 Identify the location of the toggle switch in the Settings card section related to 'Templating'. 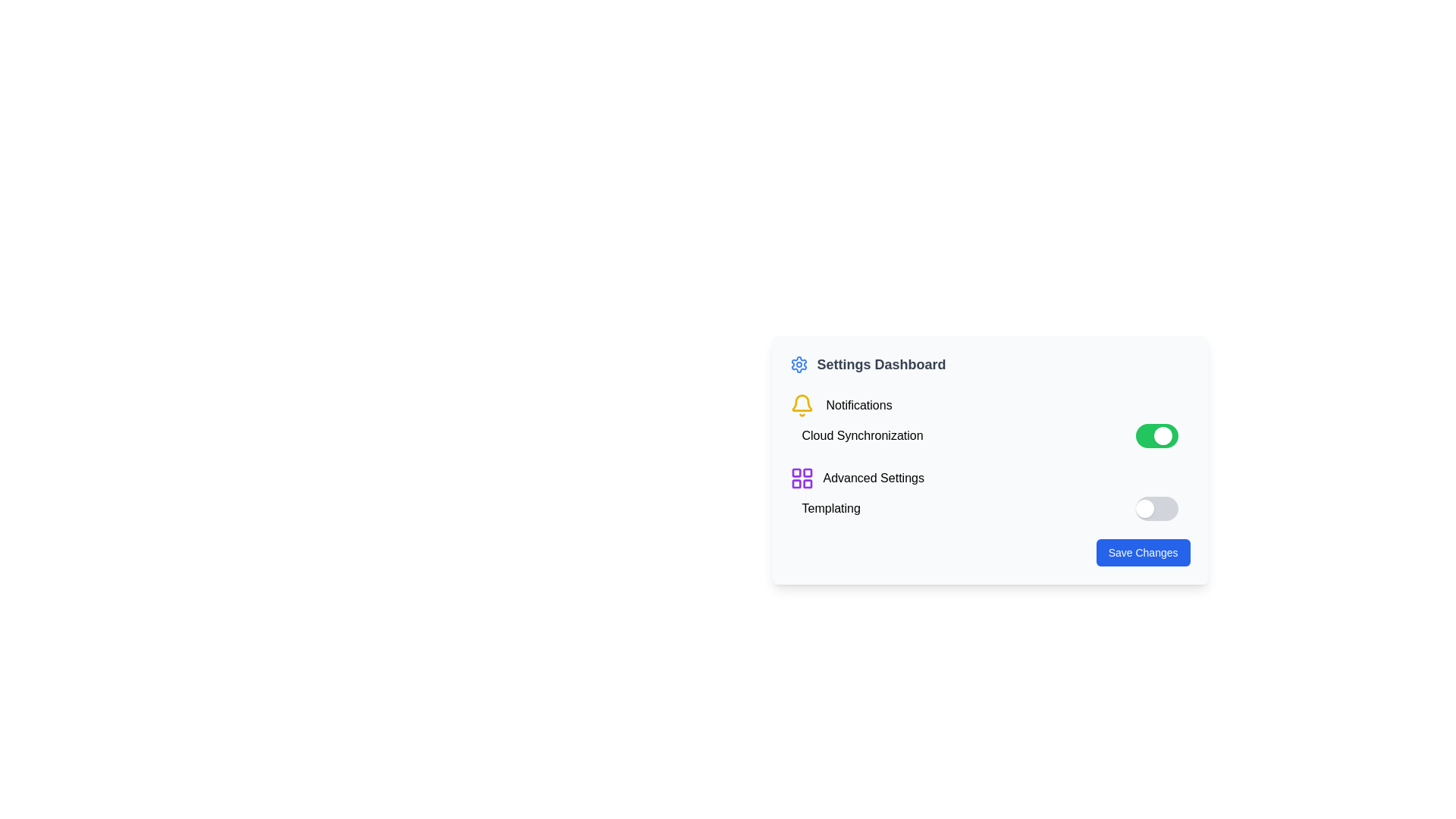
(990, 494).